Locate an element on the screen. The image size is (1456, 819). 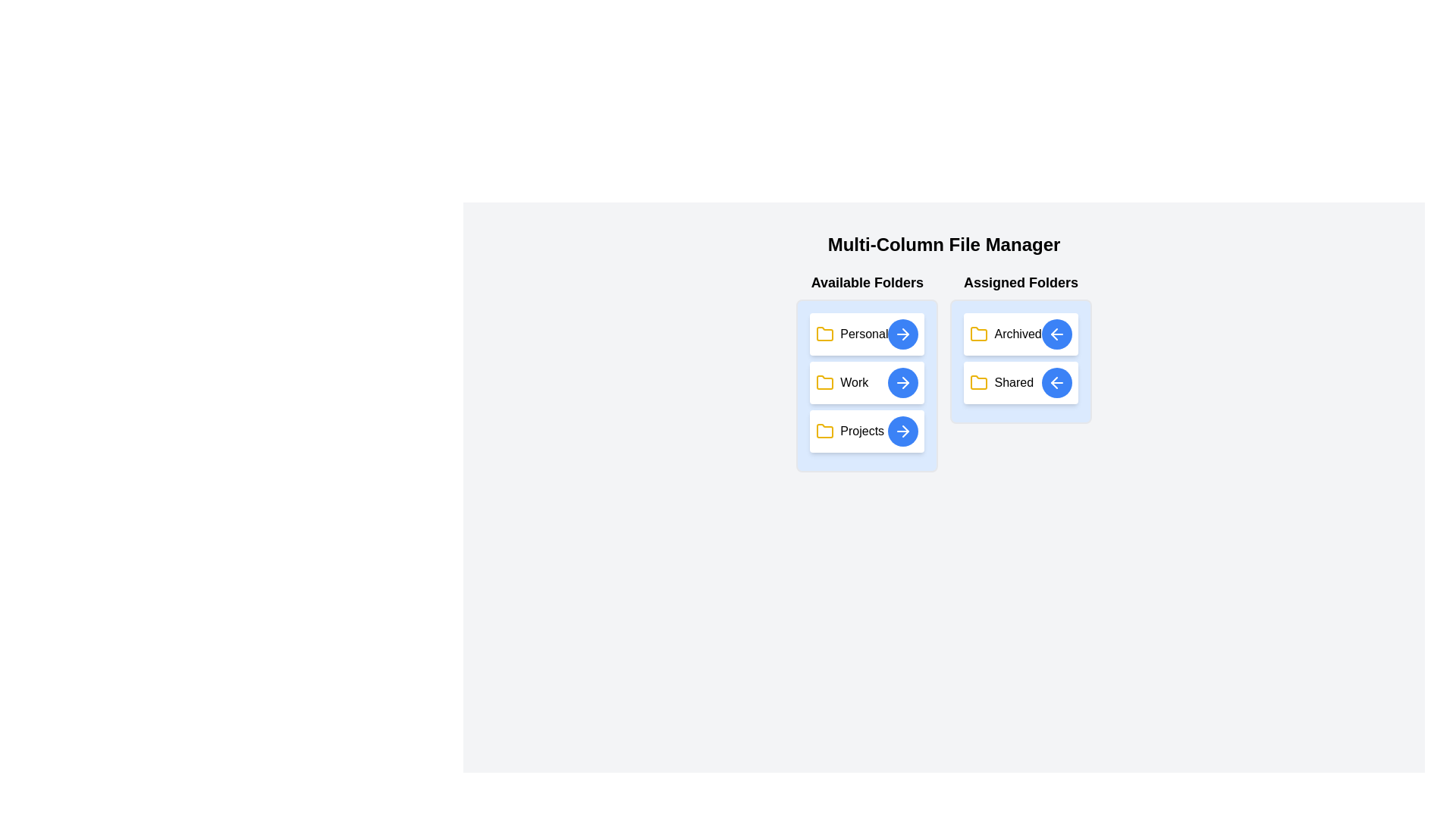
transfer button for the folder 'Work' in the 'Available Folders' column to move it to the 'Assigned Folders' column is located at coordinates (903, 382).